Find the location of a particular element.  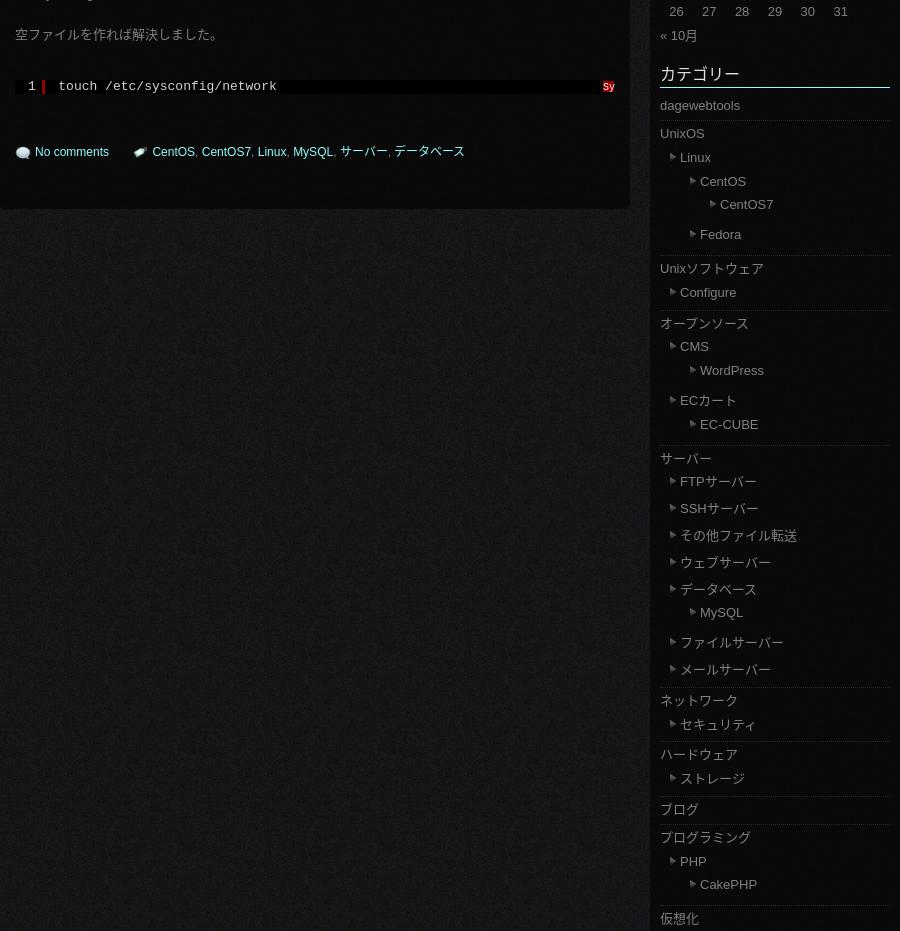

'1' is located at coordinates (30, 85).